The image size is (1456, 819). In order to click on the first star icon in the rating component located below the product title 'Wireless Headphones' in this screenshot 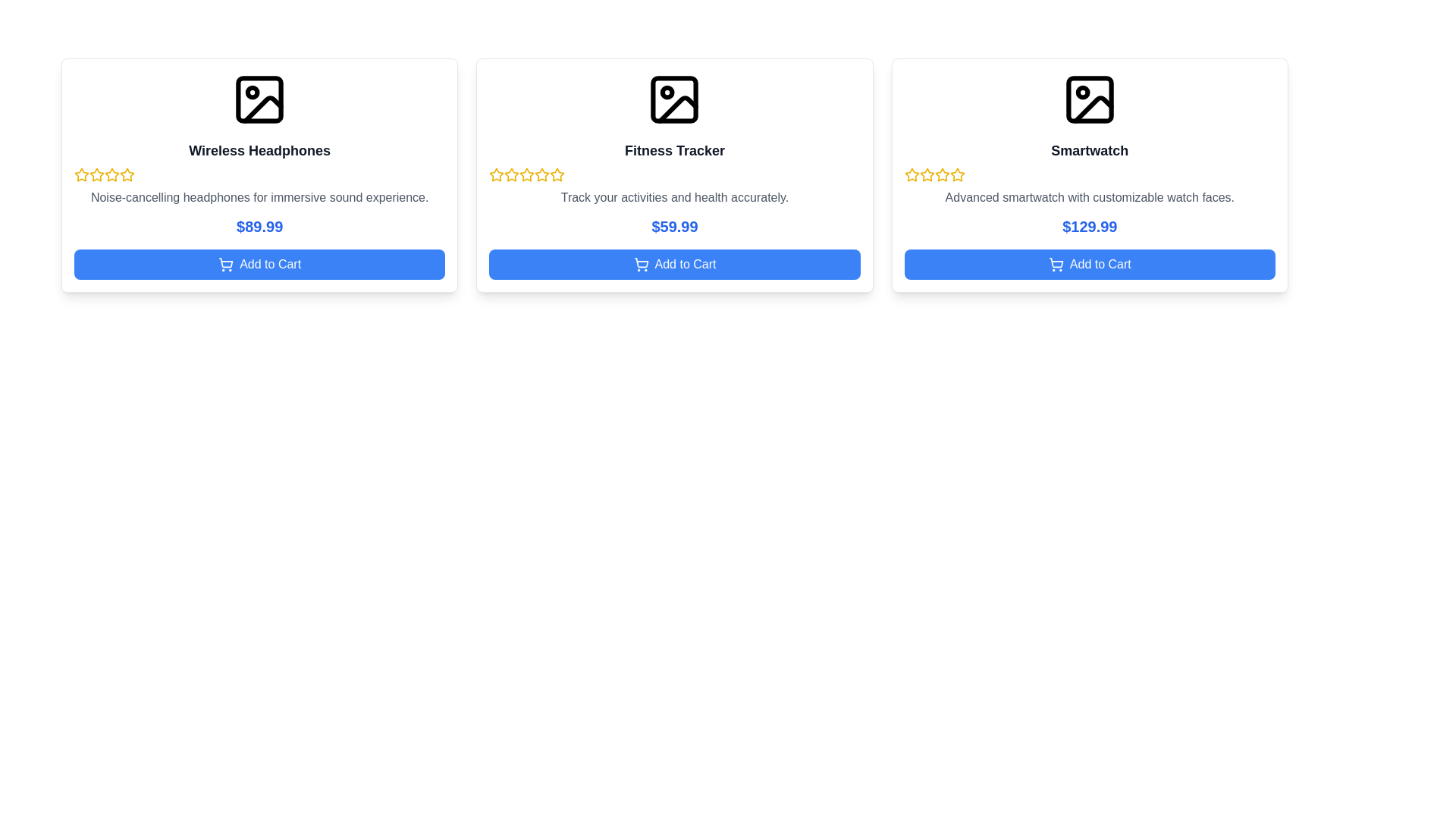, I will do `click(96, 174)`.